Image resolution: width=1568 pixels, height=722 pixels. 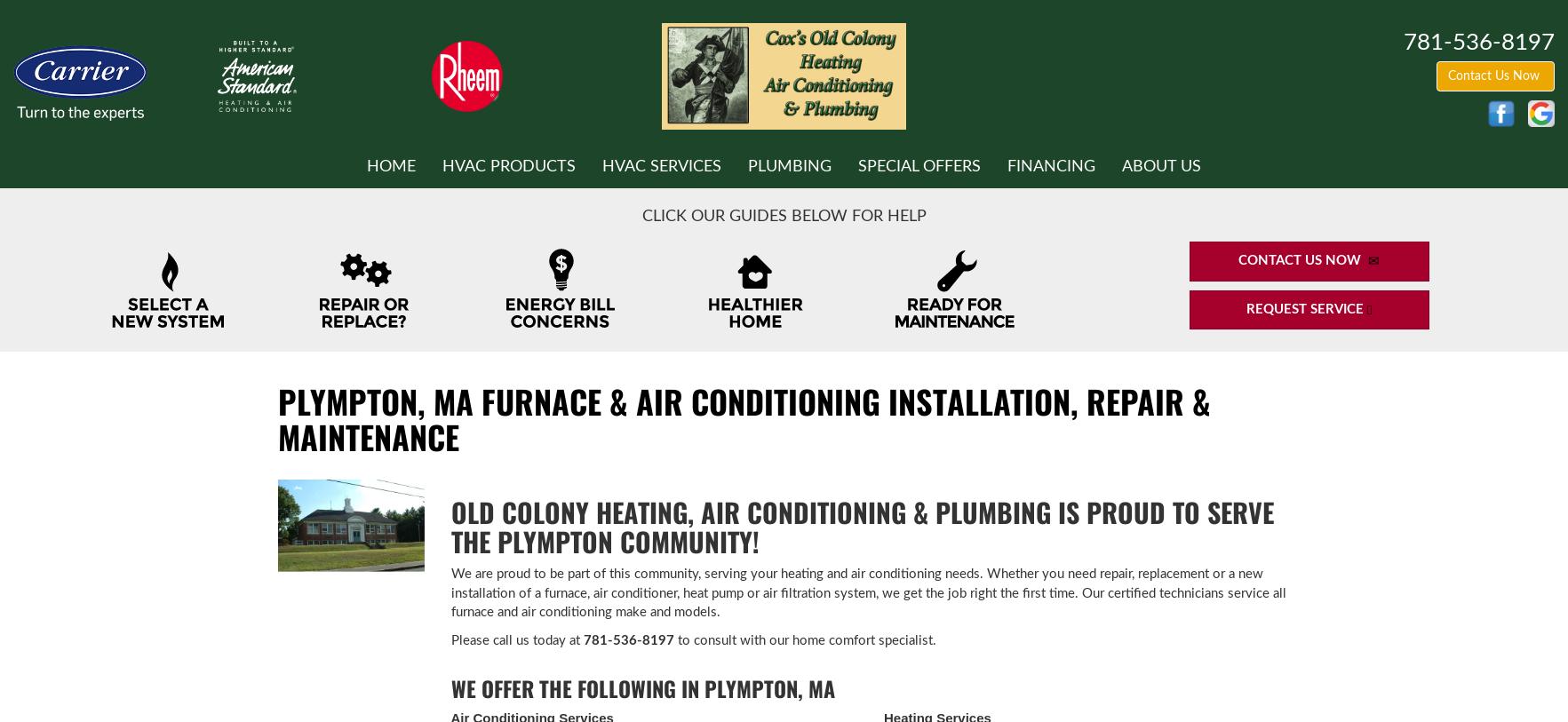 What do you see at coordinates (366, 164) in the screenshot?
I see `'Home'` at bounding box center [366, 164].